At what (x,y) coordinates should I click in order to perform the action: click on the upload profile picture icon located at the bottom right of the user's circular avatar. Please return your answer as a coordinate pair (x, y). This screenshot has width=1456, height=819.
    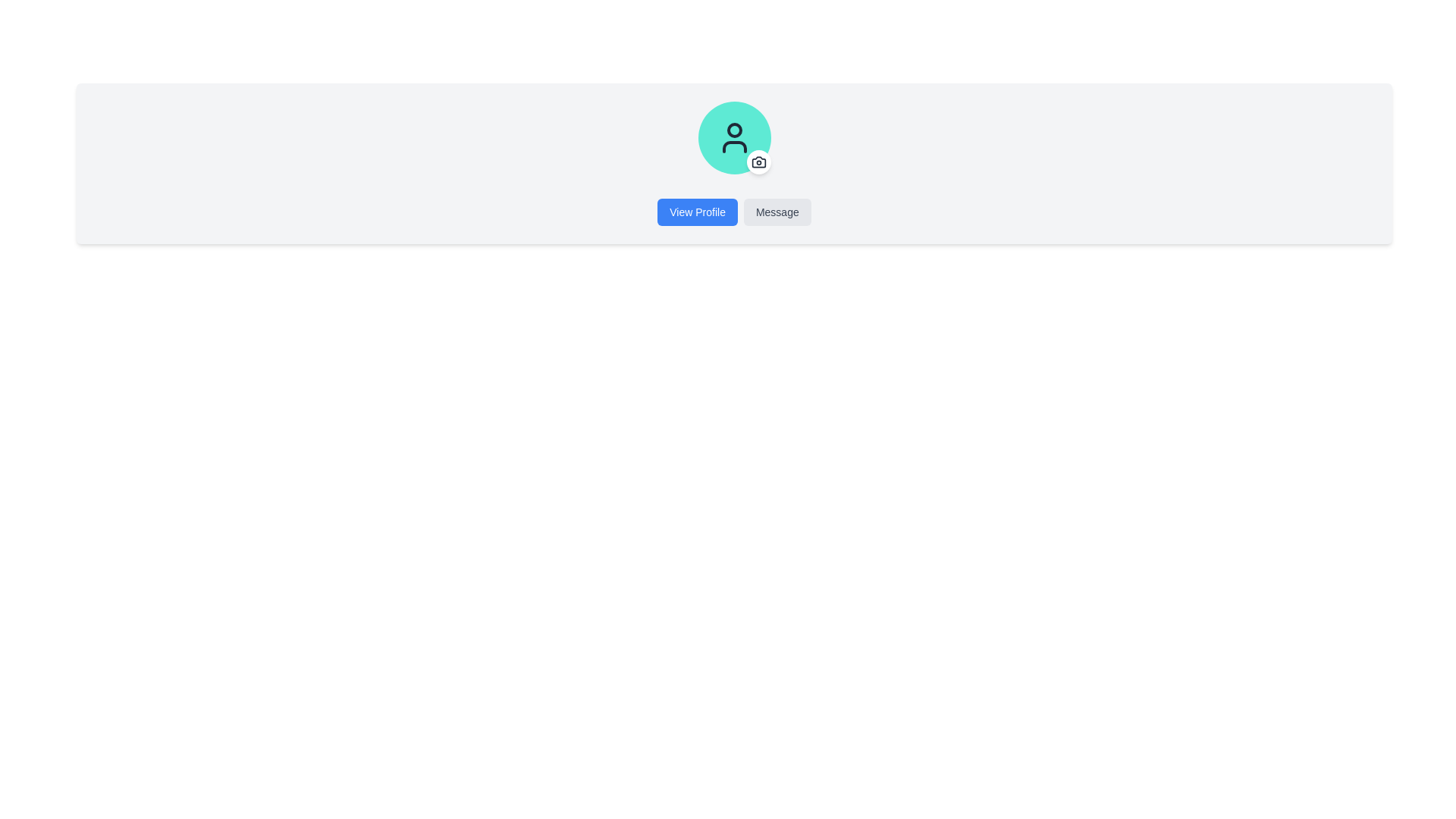
    Looking at the image, I should click on (758, 162).